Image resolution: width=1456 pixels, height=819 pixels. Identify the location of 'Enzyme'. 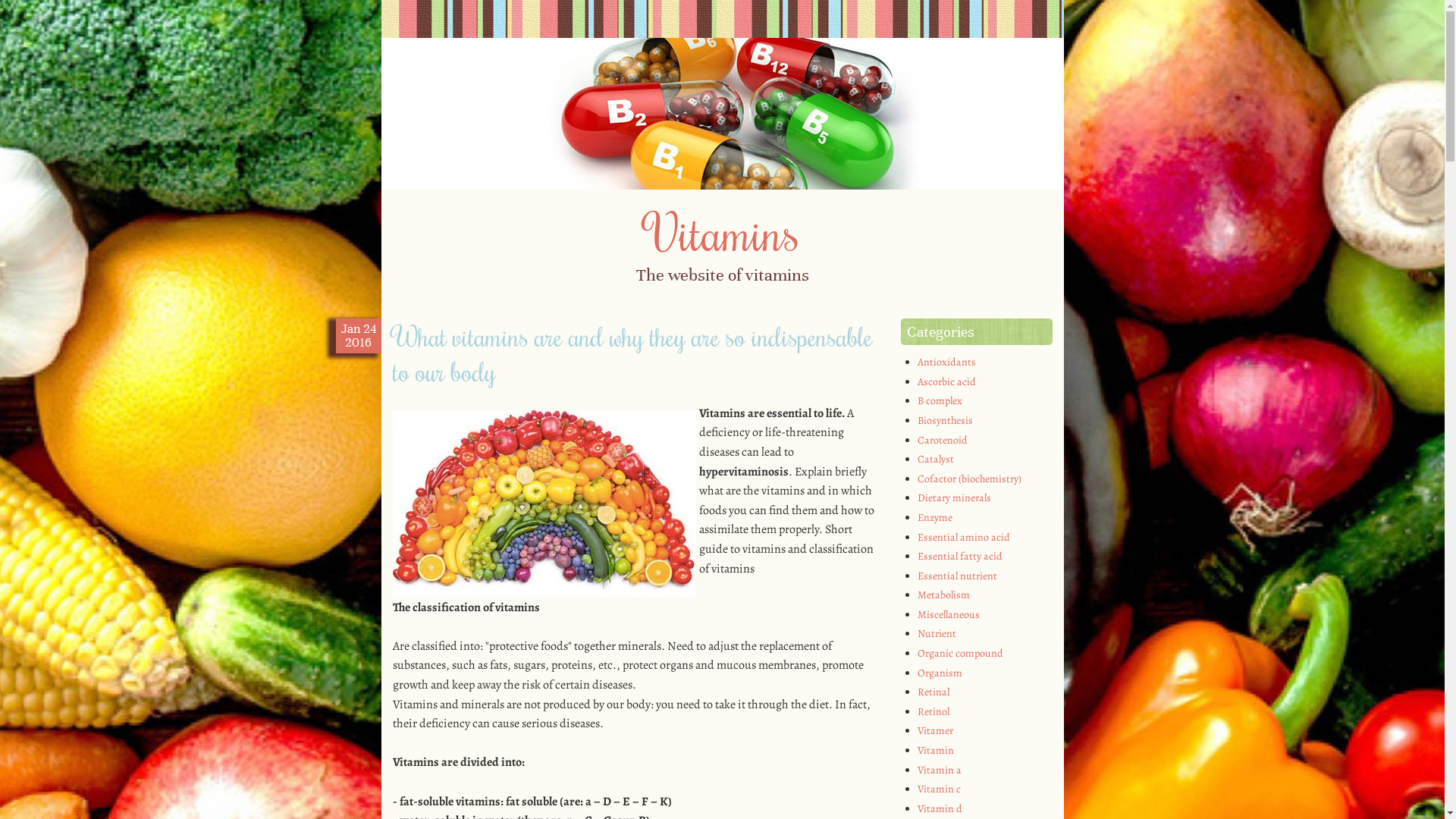
(934, 516).